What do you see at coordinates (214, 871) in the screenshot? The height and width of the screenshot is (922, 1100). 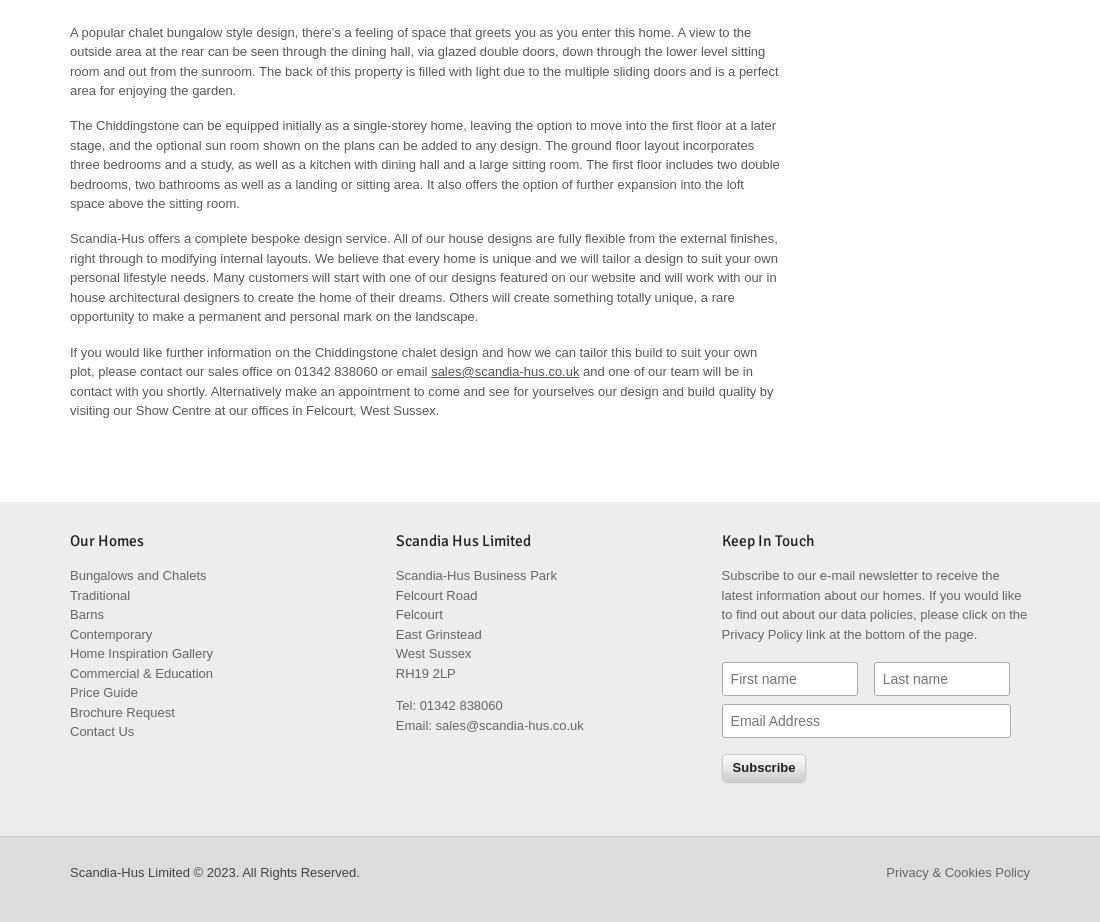 I see `'Scandia-Hus Limited © 2023. All Rights Reserved.'` at bounding box center [214, 871].